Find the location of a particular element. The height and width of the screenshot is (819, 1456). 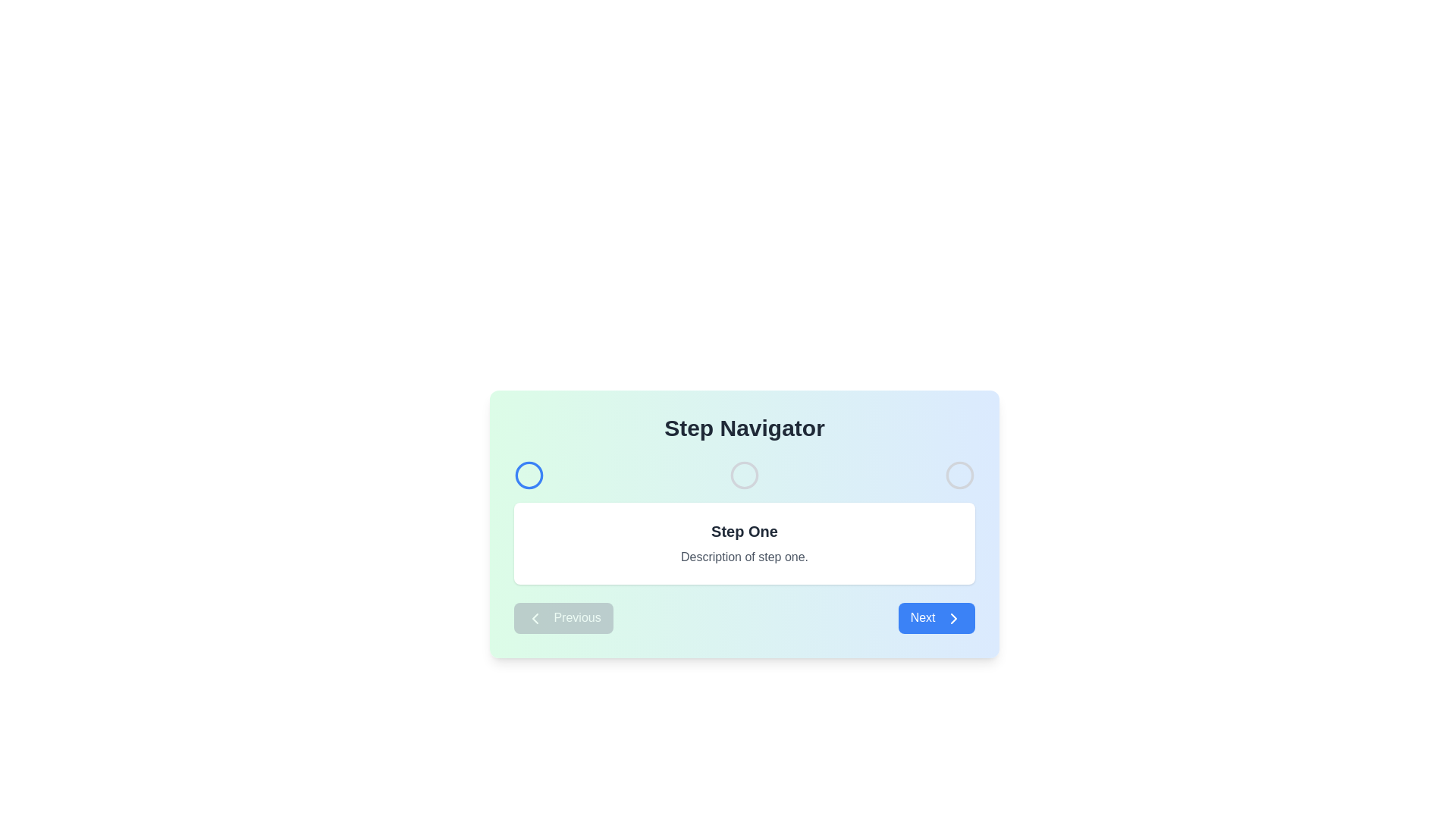

the central Circle Shape that indicates the current step in the Step Navigator interface is located at coordinates (745, 475).